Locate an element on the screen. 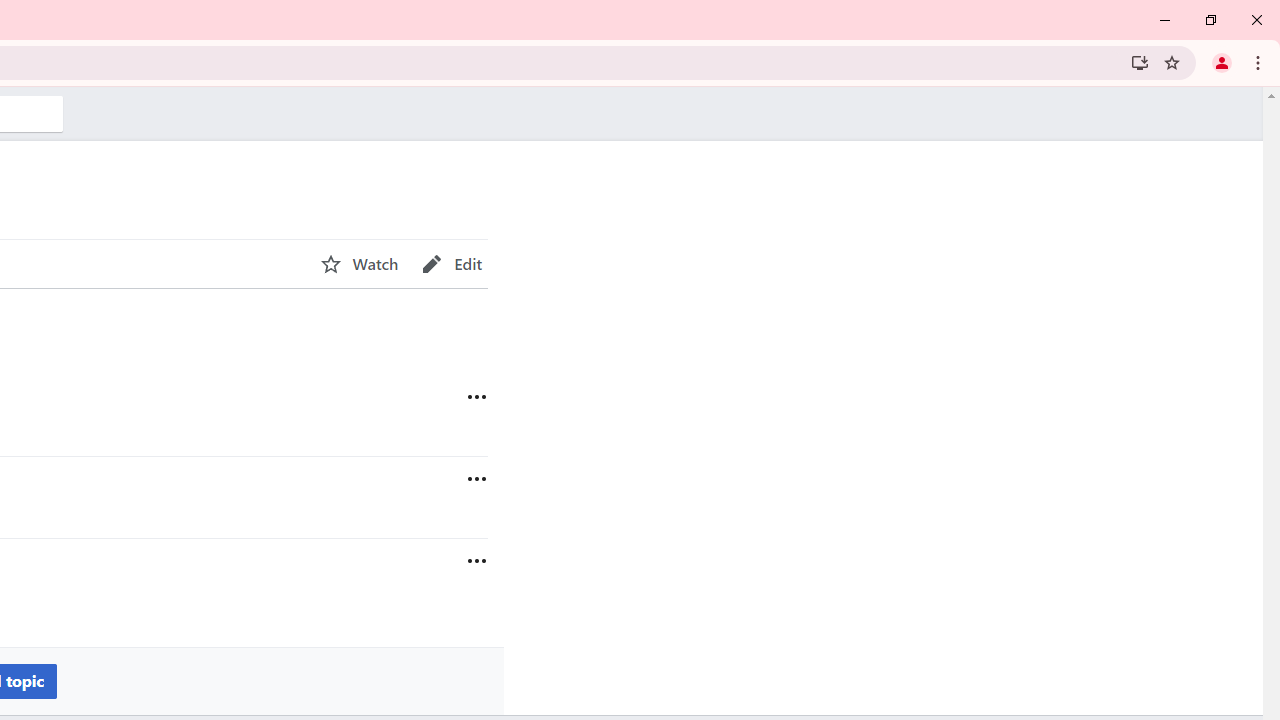 The width and height of the screenshot is (1280, 720). 'Watch' is located at coordinates (359, 263).